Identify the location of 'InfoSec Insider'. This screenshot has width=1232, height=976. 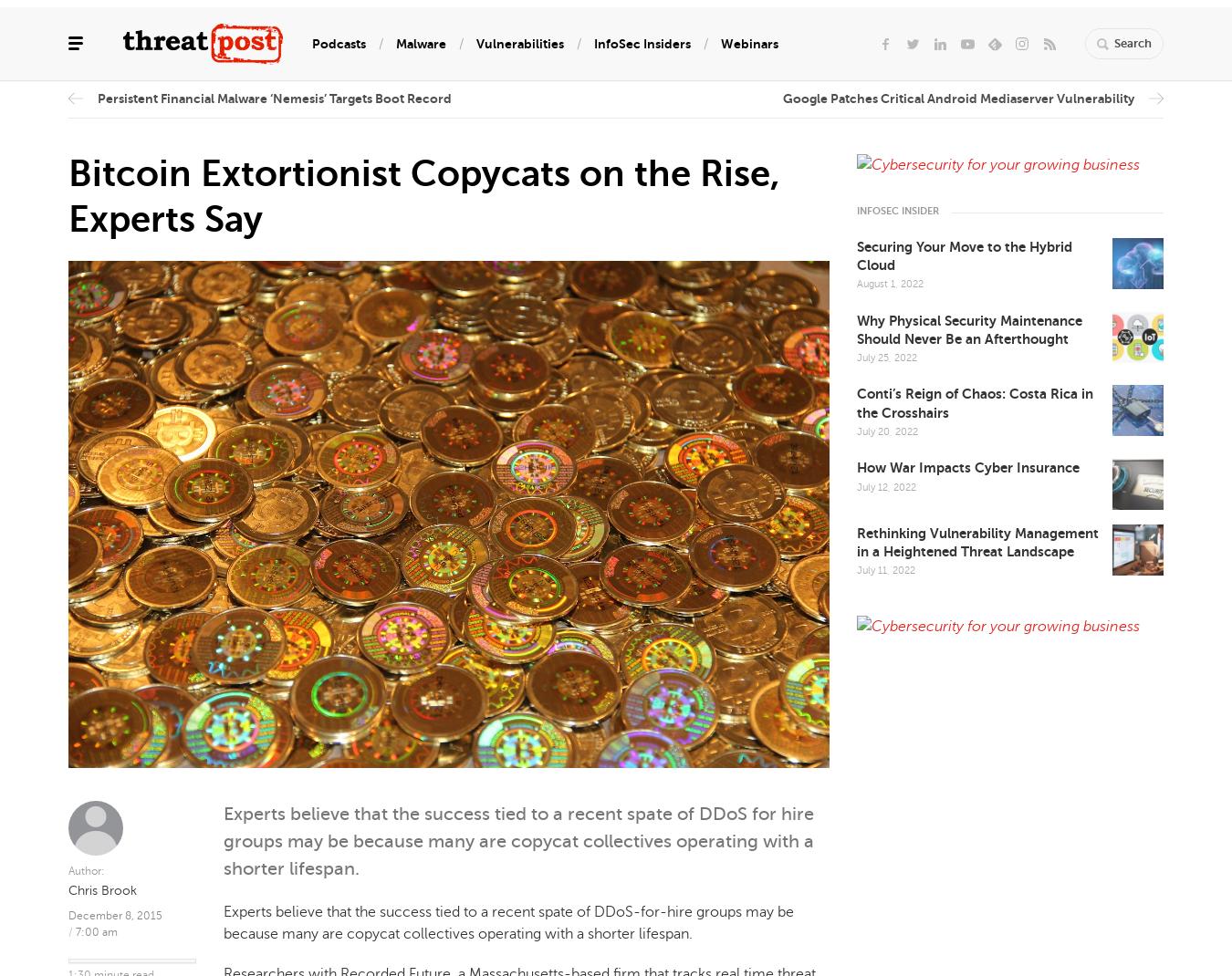
(897, 210).